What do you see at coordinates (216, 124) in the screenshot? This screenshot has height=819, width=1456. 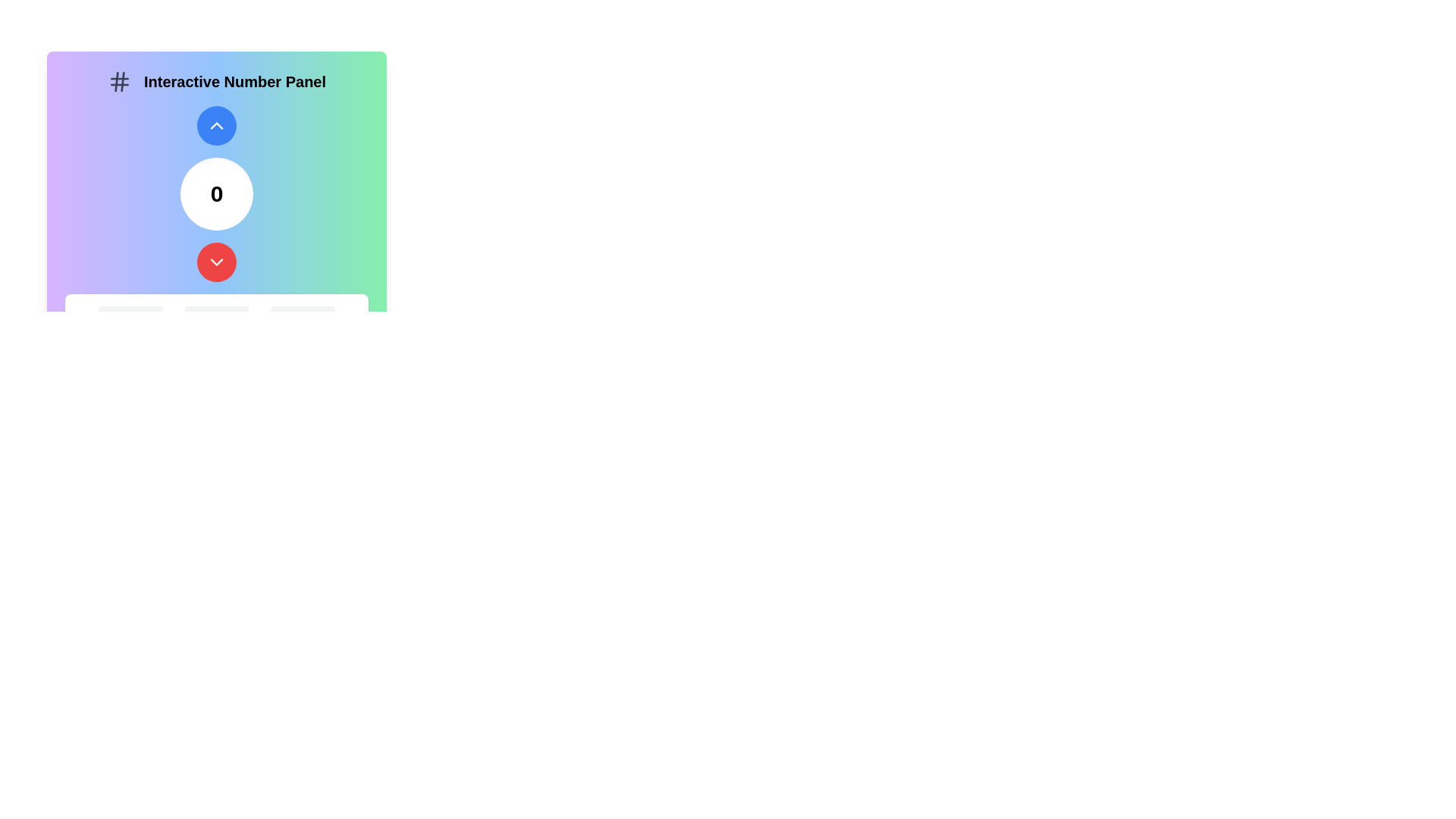 I see `the circular blue button with a white upward-facing chevron icon to increment the number` at bounding box center [216, 124].